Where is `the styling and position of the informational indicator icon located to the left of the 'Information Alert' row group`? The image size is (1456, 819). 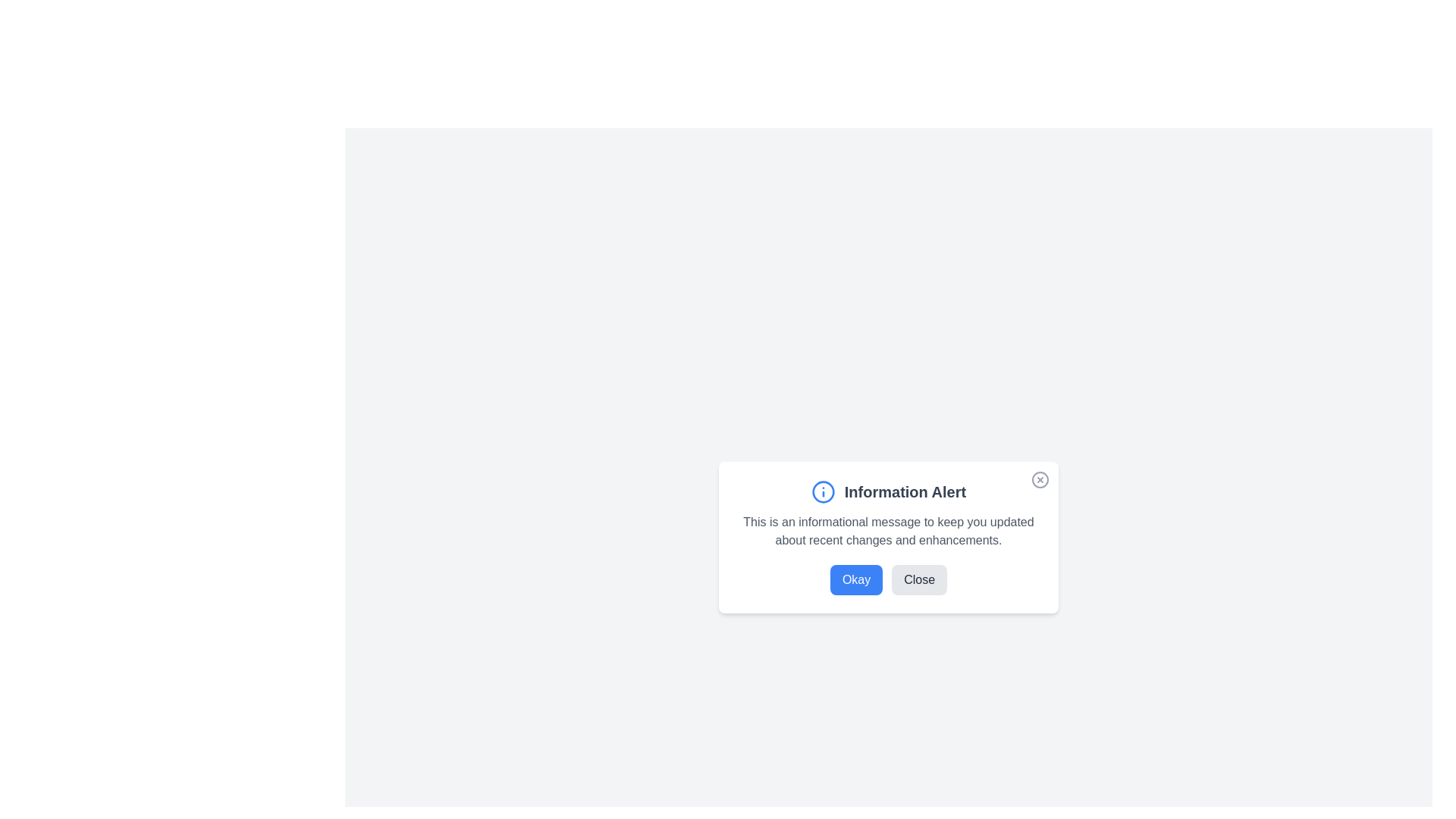
the styling and position of the informational indicator icon located to the left of the 'Information Alert' row group is located at coordinates (822, 491).